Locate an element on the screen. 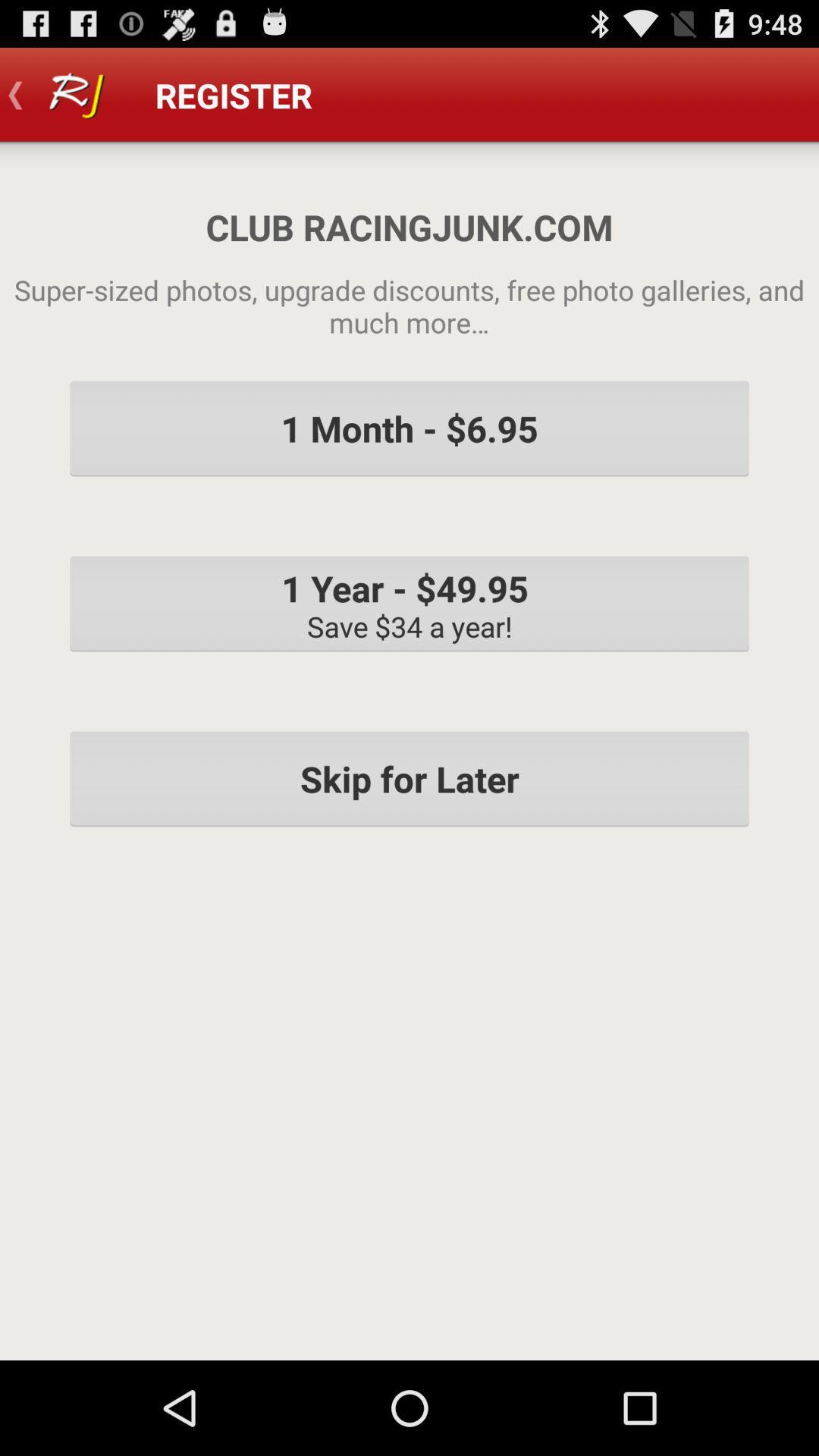 The height and width of the screenshot is (1456, 819). the 1 year 49 icon is located at coordinates (409, 603).